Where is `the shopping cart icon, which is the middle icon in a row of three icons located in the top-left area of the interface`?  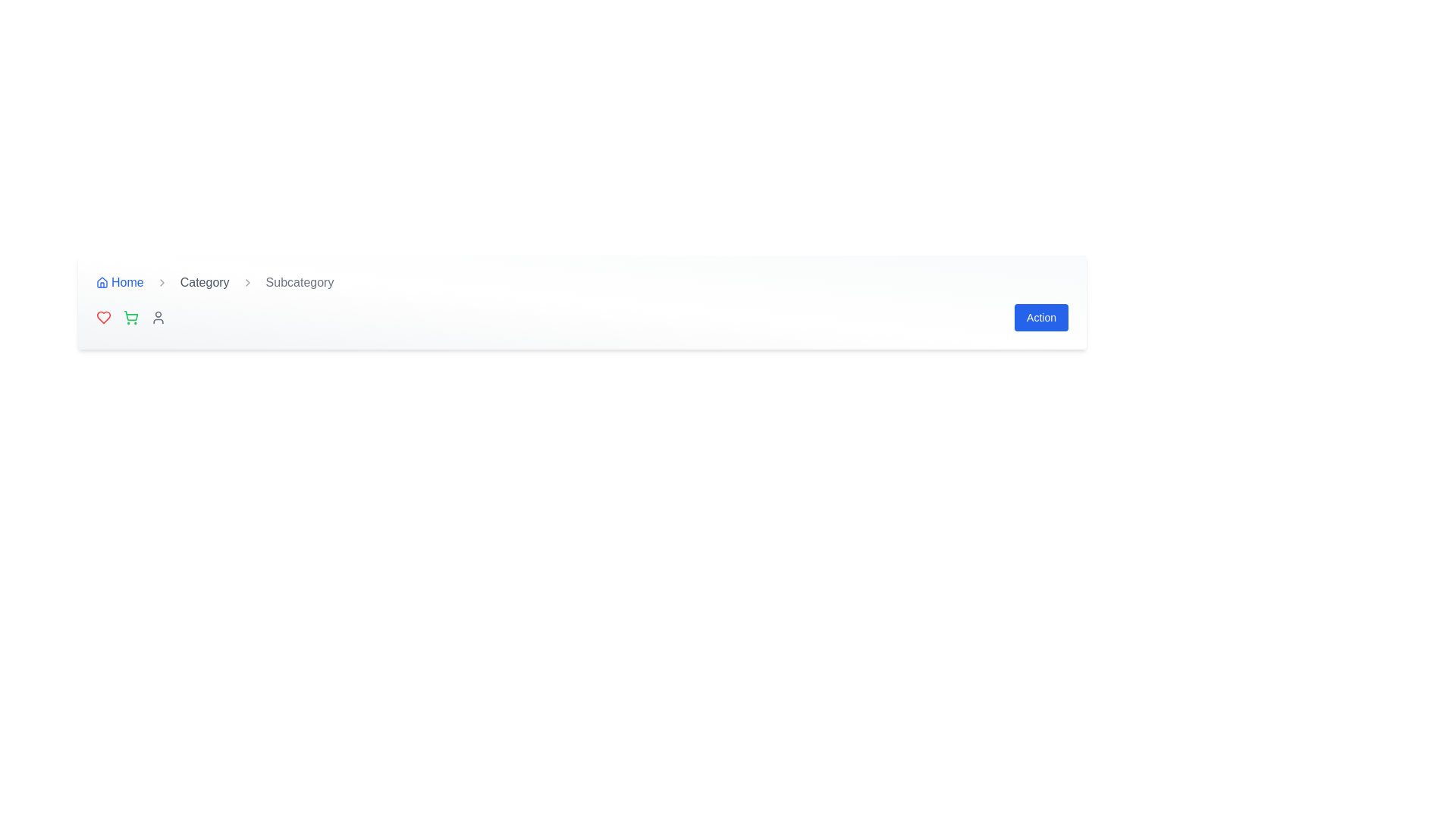 the shopping cart icon, which is the middle icon in a row of three icons located in the top-left area of the interface is located at coordinates (130, 317).